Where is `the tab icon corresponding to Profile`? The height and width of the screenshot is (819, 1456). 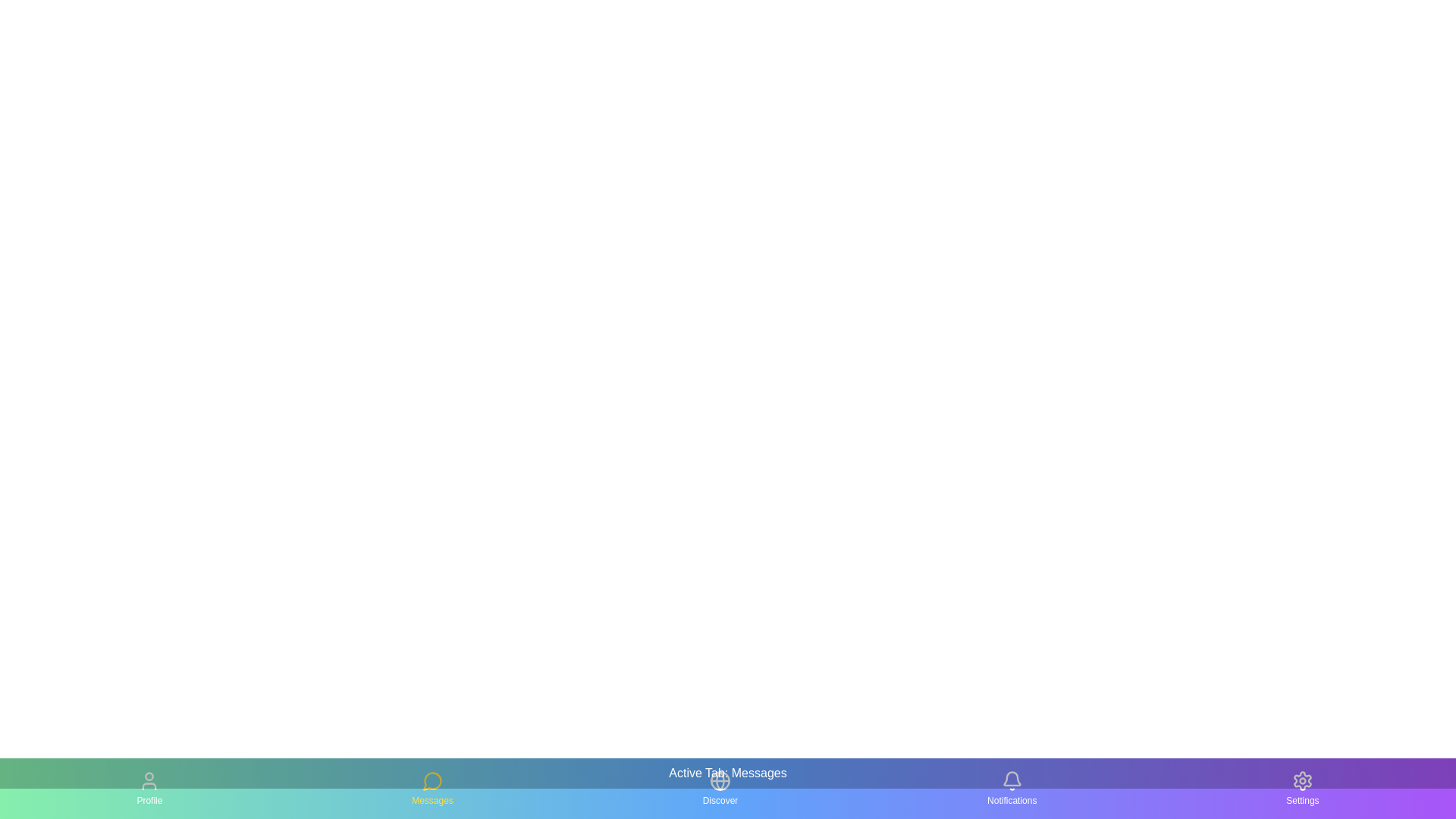
the tab icon corresponding to Profile is located at coordinates (149, 788).